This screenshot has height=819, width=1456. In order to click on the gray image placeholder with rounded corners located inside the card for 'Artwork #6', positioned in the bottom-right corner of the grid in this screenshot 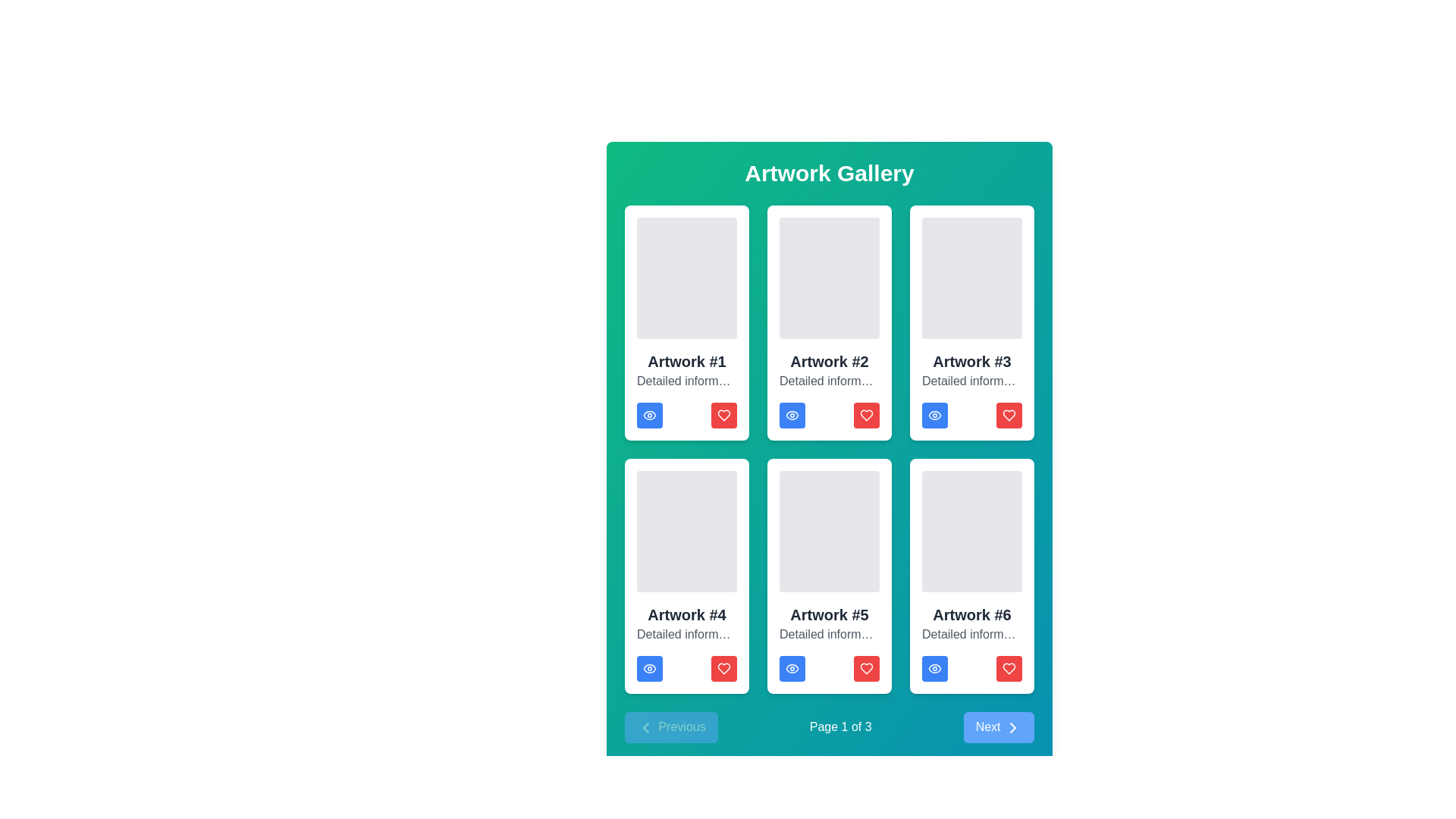, I will do `click(971, 531)`.